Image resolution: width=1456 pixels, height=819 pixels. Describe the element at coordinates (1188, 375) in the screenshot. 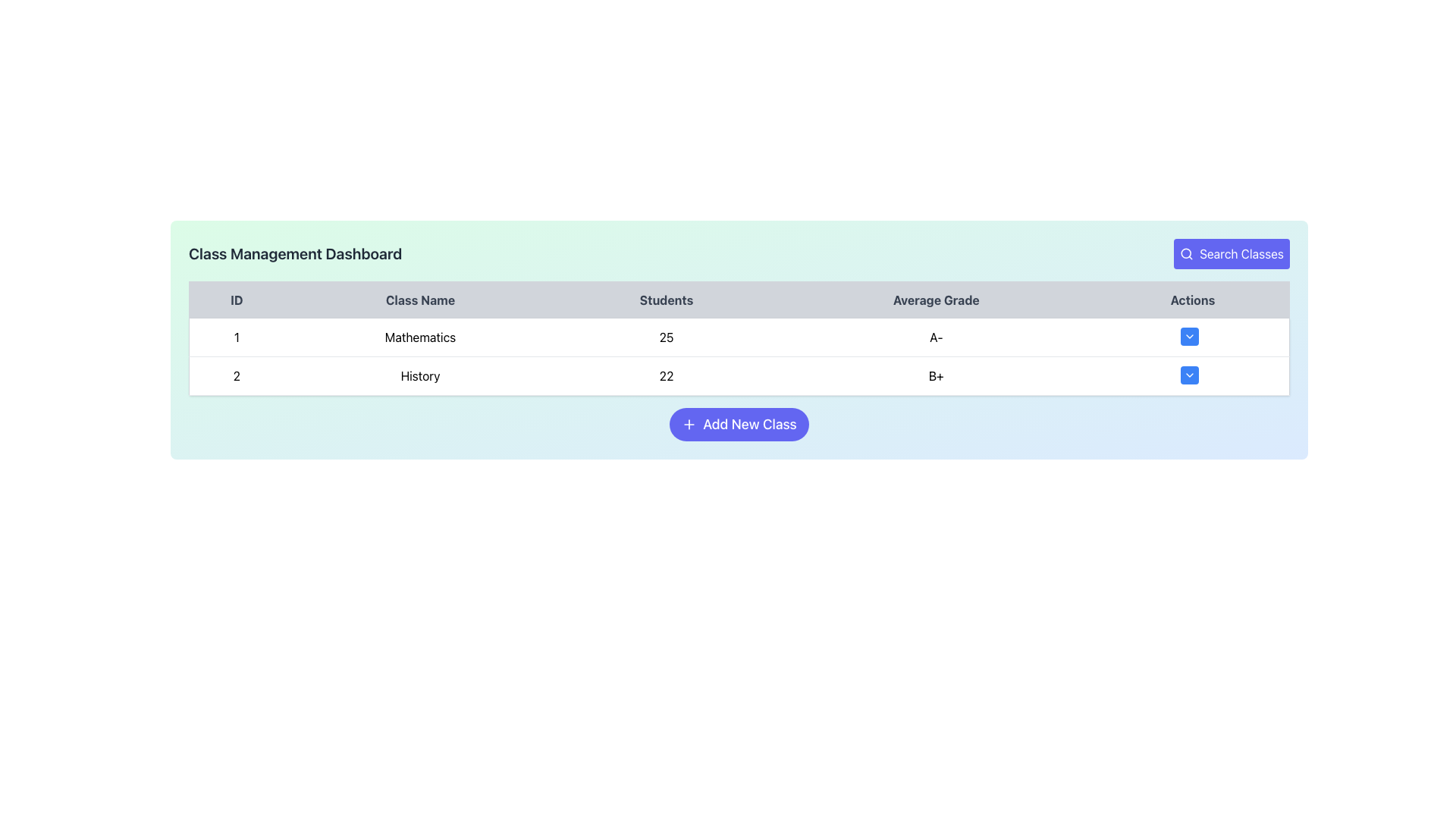

I see `the small blue button with white text and a downward chevron icon located in the 'Actions' column of the second row corresponding to the 'History' class entry` at that location.